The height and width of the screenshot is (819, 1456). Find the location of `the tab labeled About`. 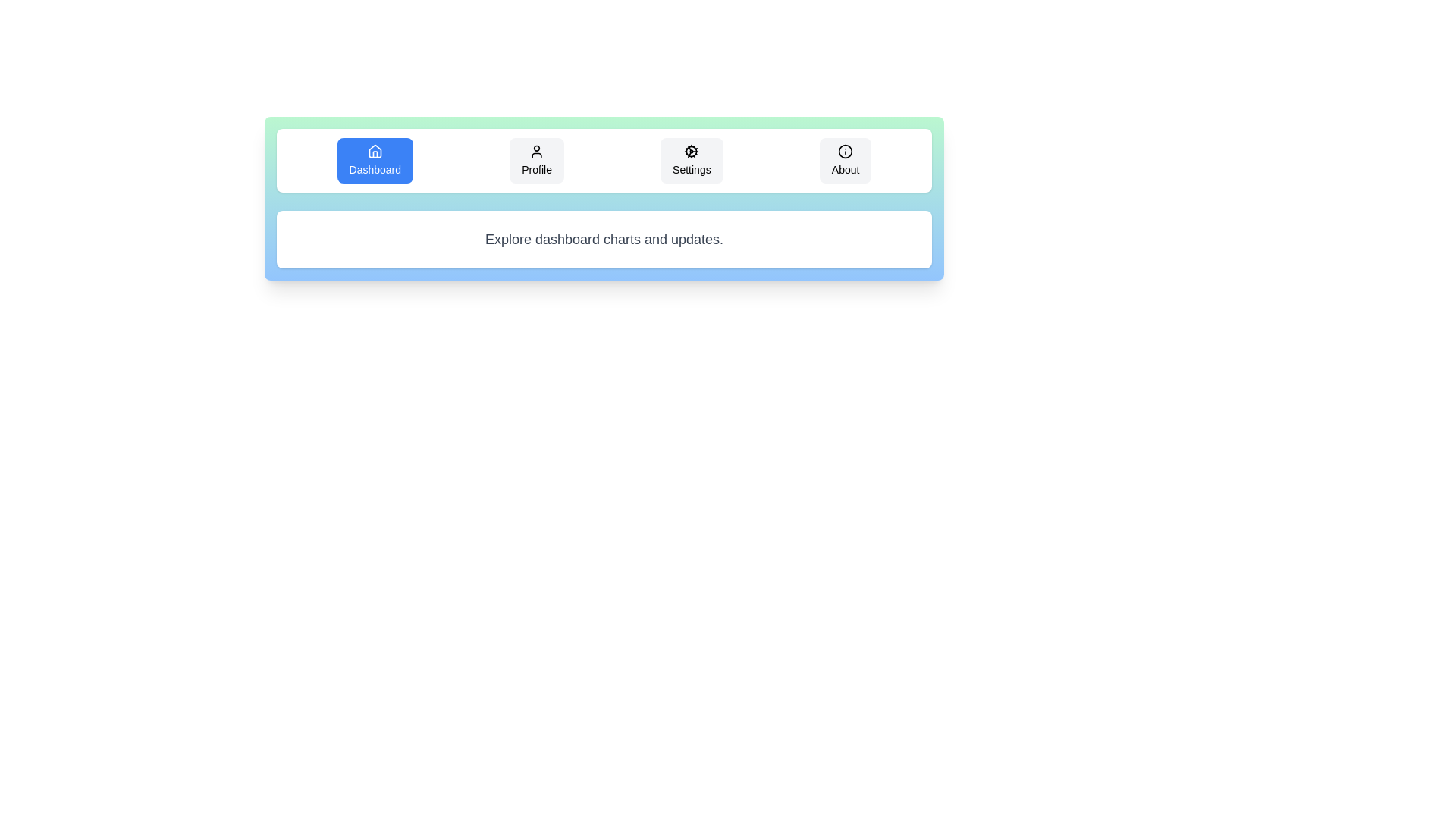

the tab labeled About is located at coordinates (845, 161).